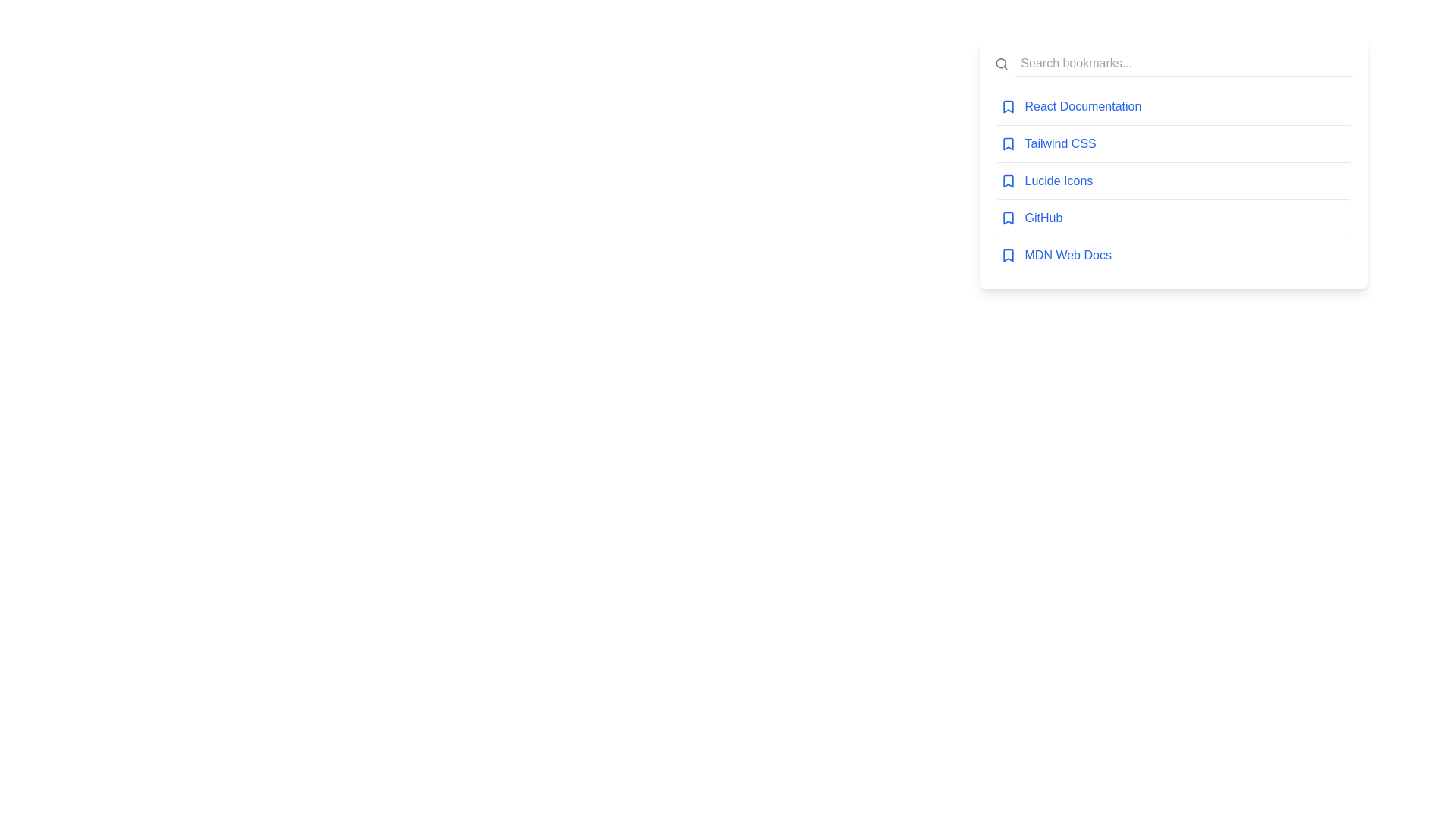 Image resolution: width=1456 pixels, height=819 pixels. What do you see at coordinates (1172, 254) in the screenshot?
I see `the bookmark titled 'MDN Web Docs'` at bounding box center [1172, 254].